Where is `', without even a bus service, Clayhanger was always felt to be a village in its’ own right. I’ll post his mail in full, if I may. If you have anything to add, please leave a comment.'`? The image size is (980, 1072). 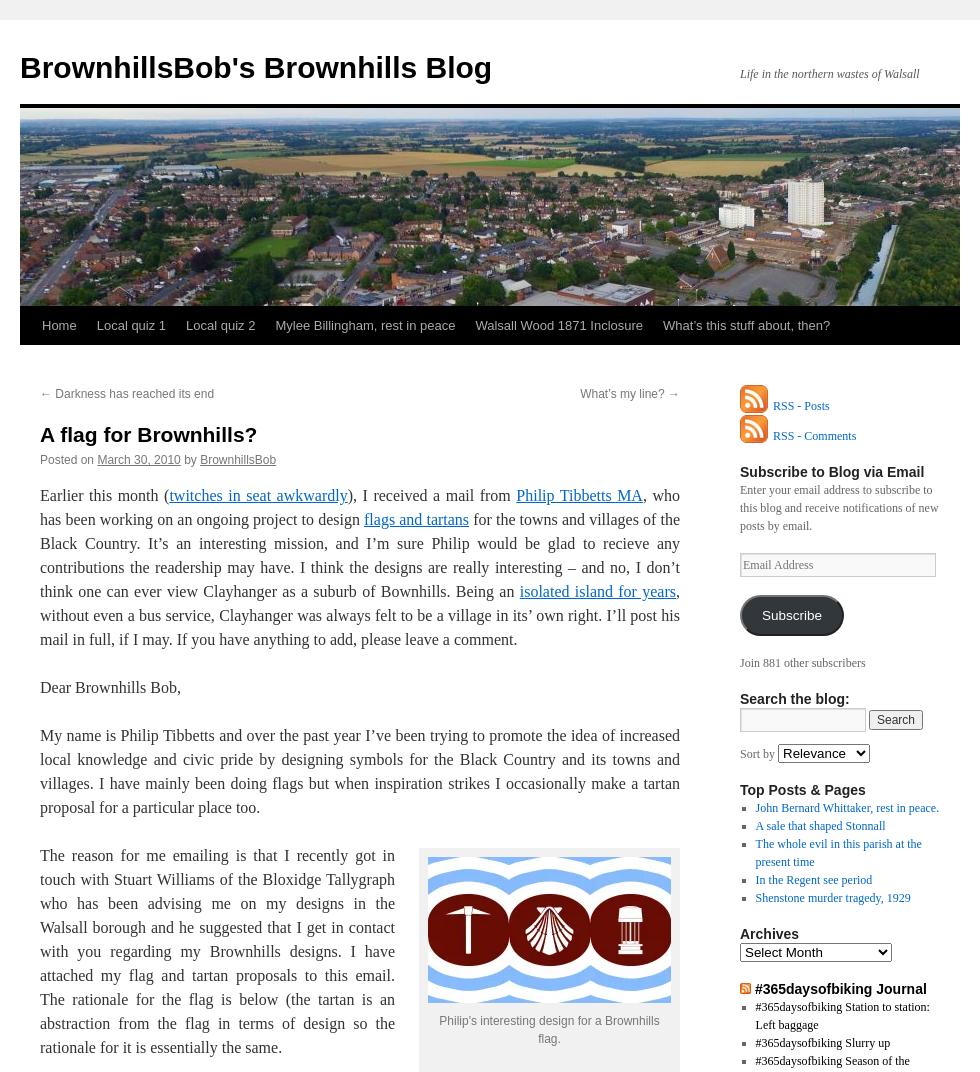
', without even a bus service, Clayhanger was always felt to be a village in its’ own right. I’ll post his mail in full, if I may. If you have anything to add, please leave a comment.' is located at coordinates (359, 615).